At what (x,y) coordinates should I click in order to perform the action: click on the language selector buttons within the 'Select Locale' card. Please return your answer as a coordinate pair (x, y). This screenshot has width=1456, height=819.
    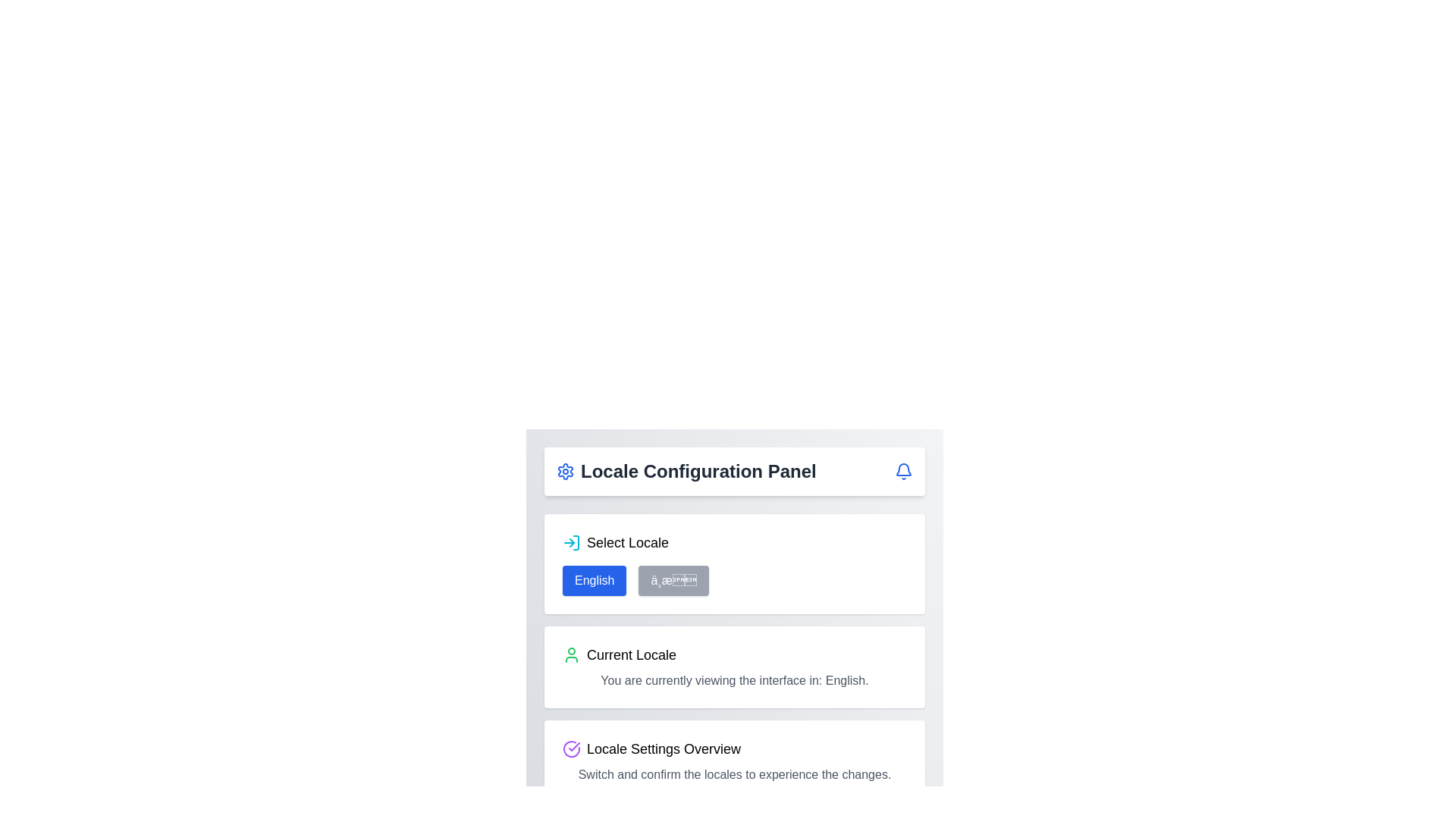
    Looking at the image, I should click on (735, 580).